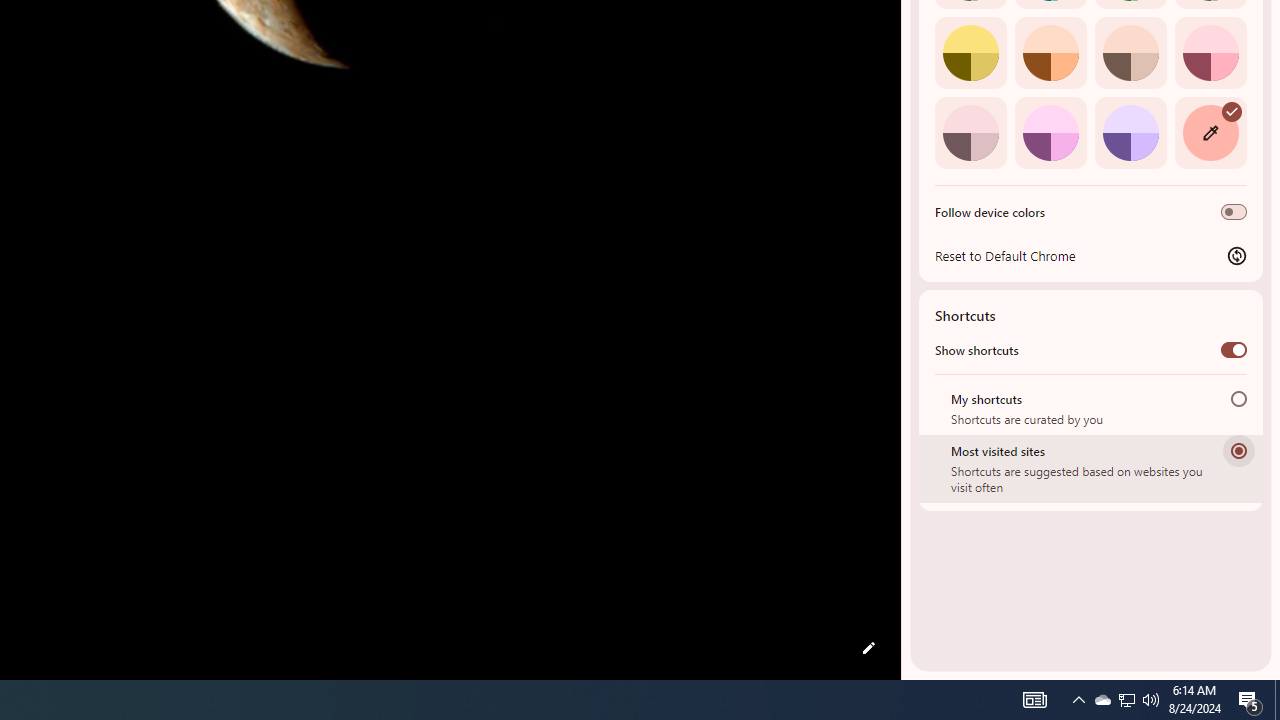 This screenshot has height=720, width=1280. What do you see at coordinates (1209, 51) in the screenshot?
I see `'Rose'` at bounding box center [1209, 51].